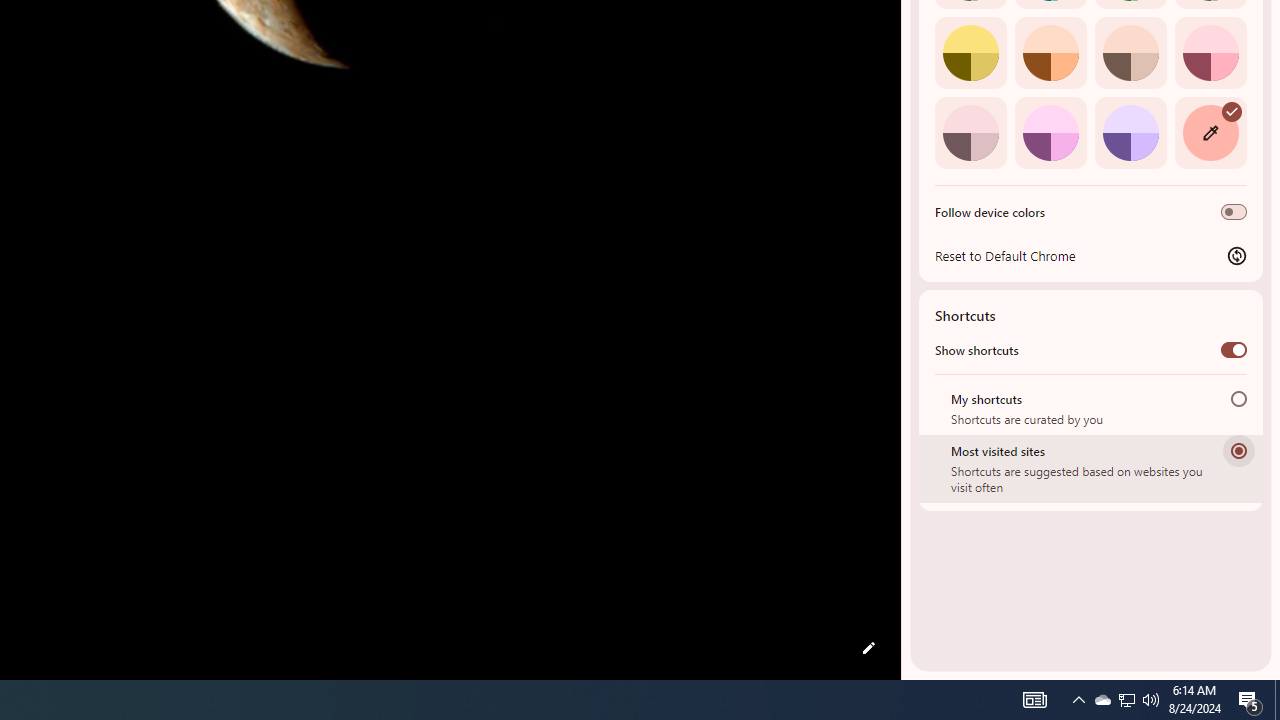 This screenshot has height=720, width=1280. What do you see at coordinates (1209, 51) in the screenshot?
I see `'Rose'` at bounding box center [1209, 51].